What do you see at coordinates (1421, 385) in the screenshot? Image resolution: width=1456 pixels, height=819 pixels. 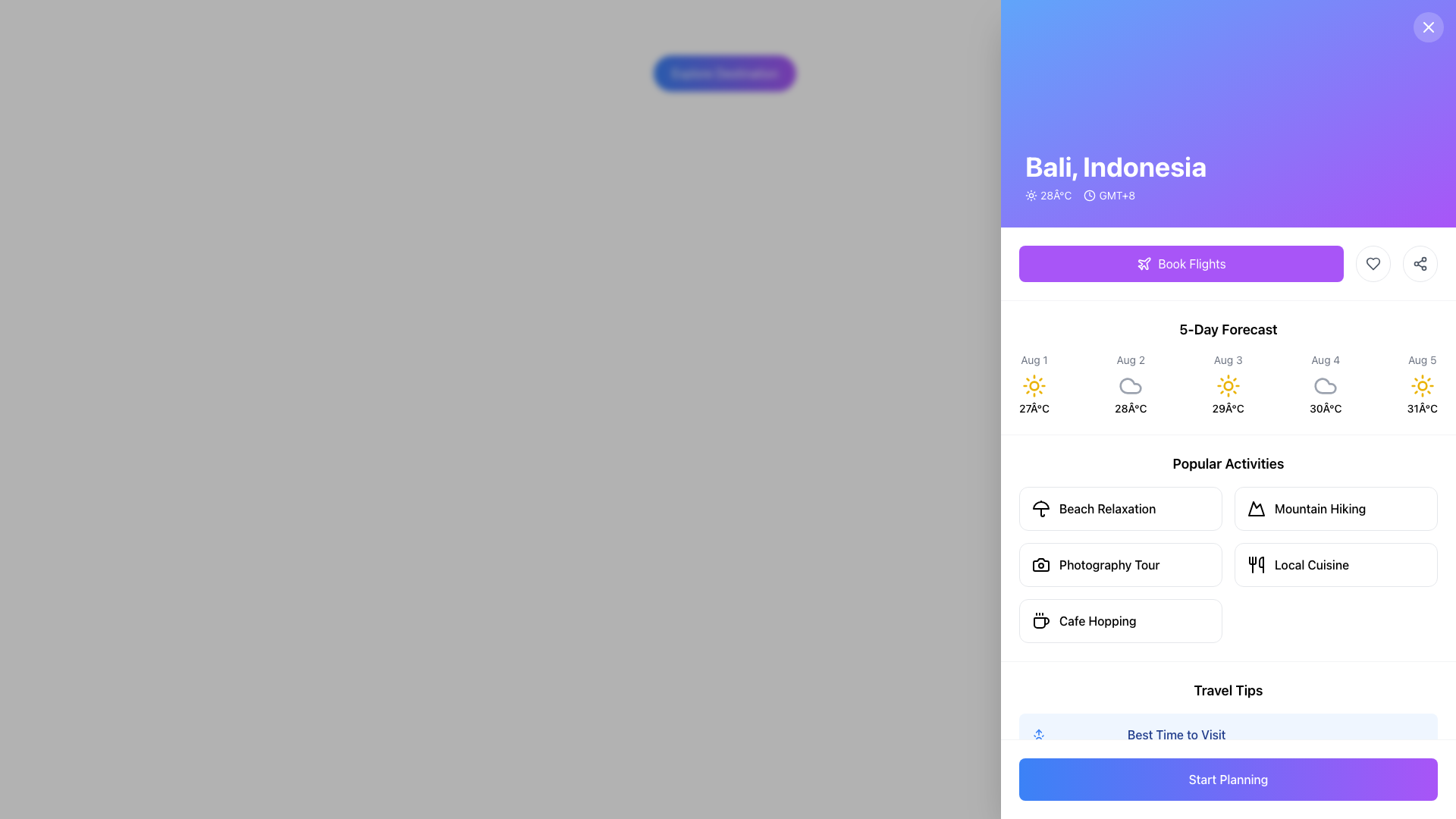 I see `the sun icon in the '5-Day Forecast' section, which represents the weather for August 5, indicated by its yellow color and minimalistic design` at bounding box center [1421, 385].